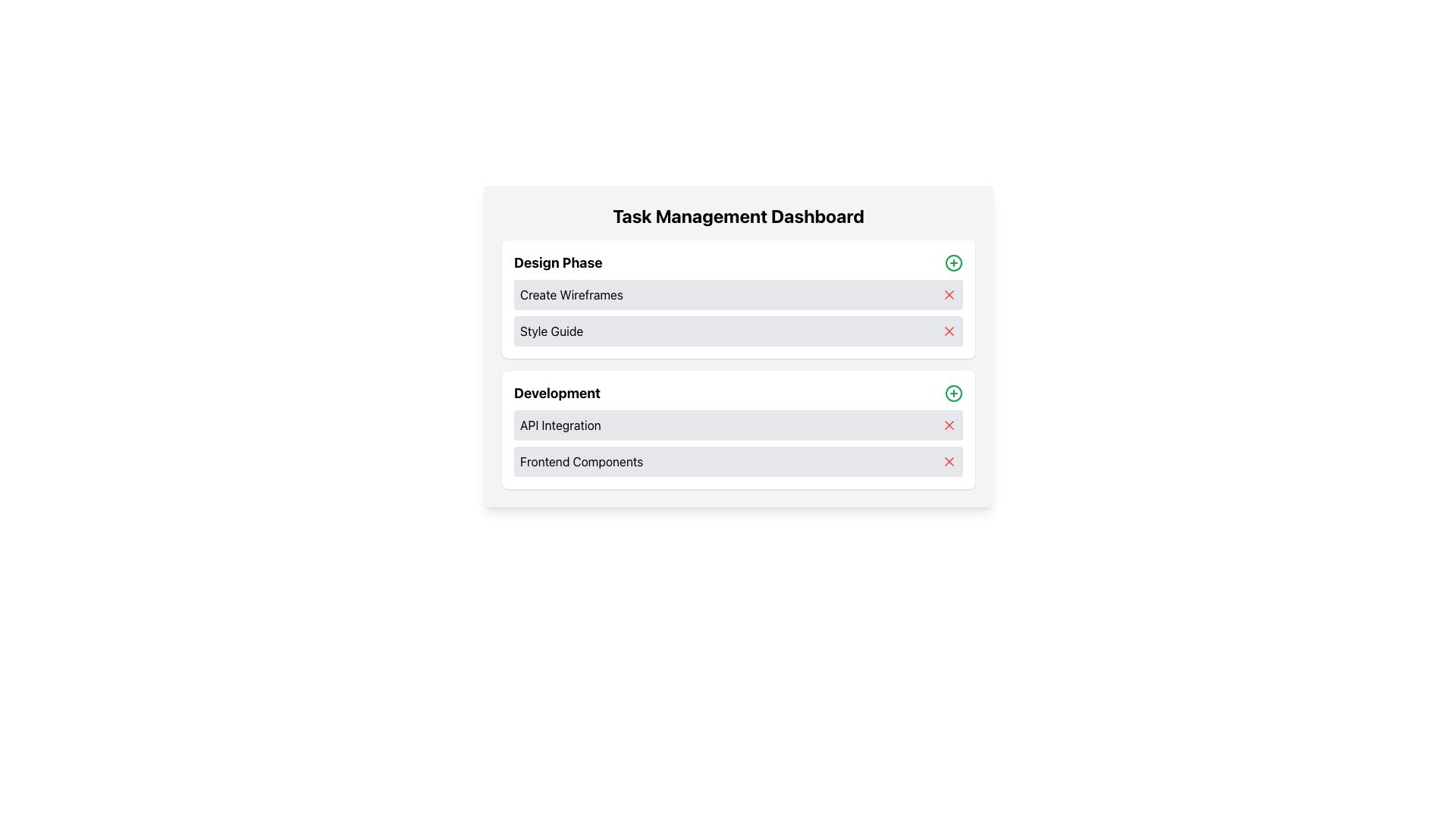 The width and height of the screenshot is (1456, 819). Describe the element at coordinates (952, 393) in the screenshot. I see `the decorative circle icon for the 'Add' or 'Modify' action in the 'Development' section of the dashboard` at that location.